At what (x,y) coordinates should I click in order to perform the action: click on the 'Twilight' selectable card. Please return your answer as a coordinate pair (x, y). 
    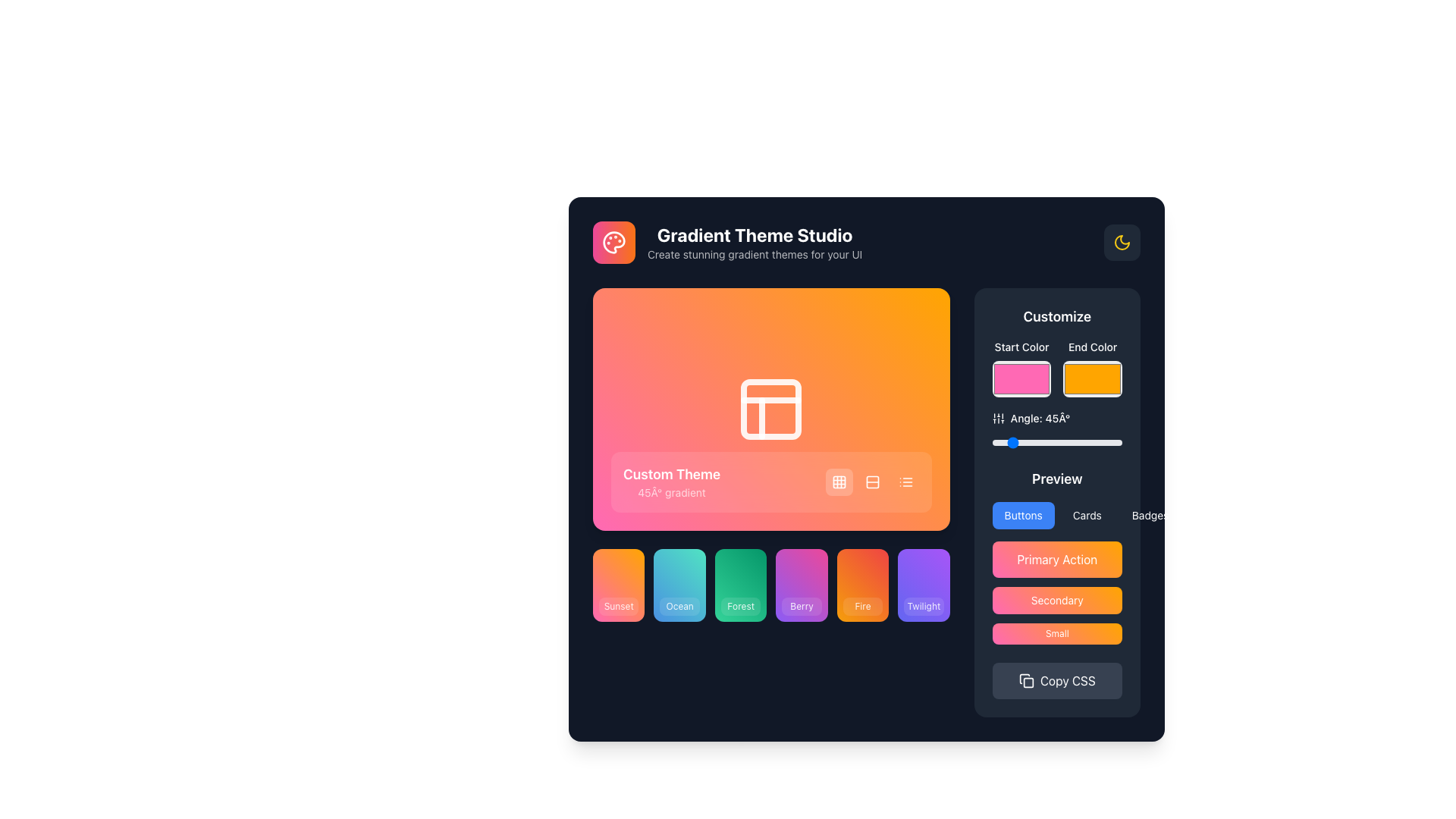
    Looking at the image, I should click on (923, 584).